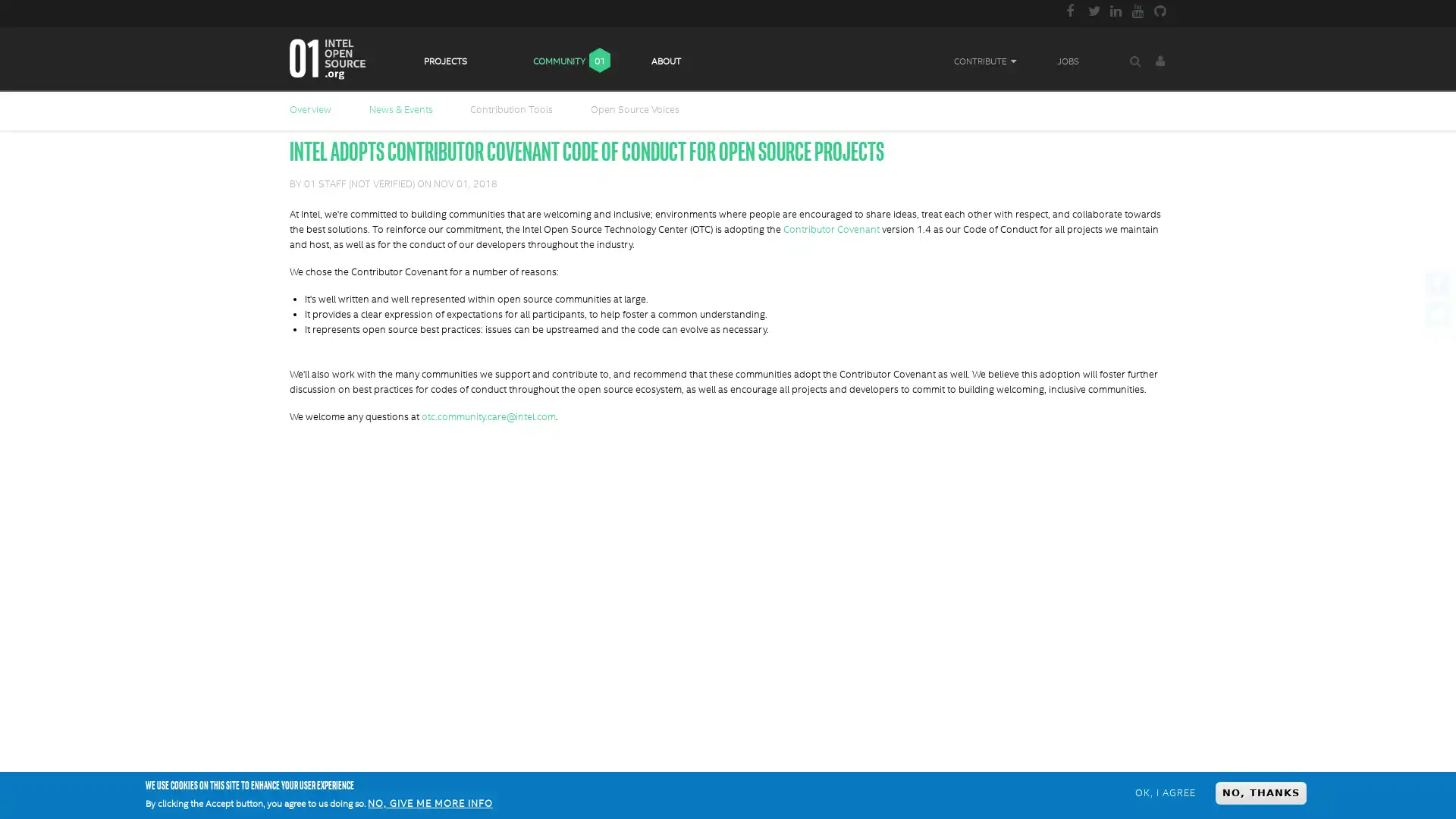 Image resolution: width=1456 pixels, height=819 pixels. What do you see at coordinates (1164, 792) in the screenshot?
I see `OK, I AGREE` at bounding box center [1164, 792].